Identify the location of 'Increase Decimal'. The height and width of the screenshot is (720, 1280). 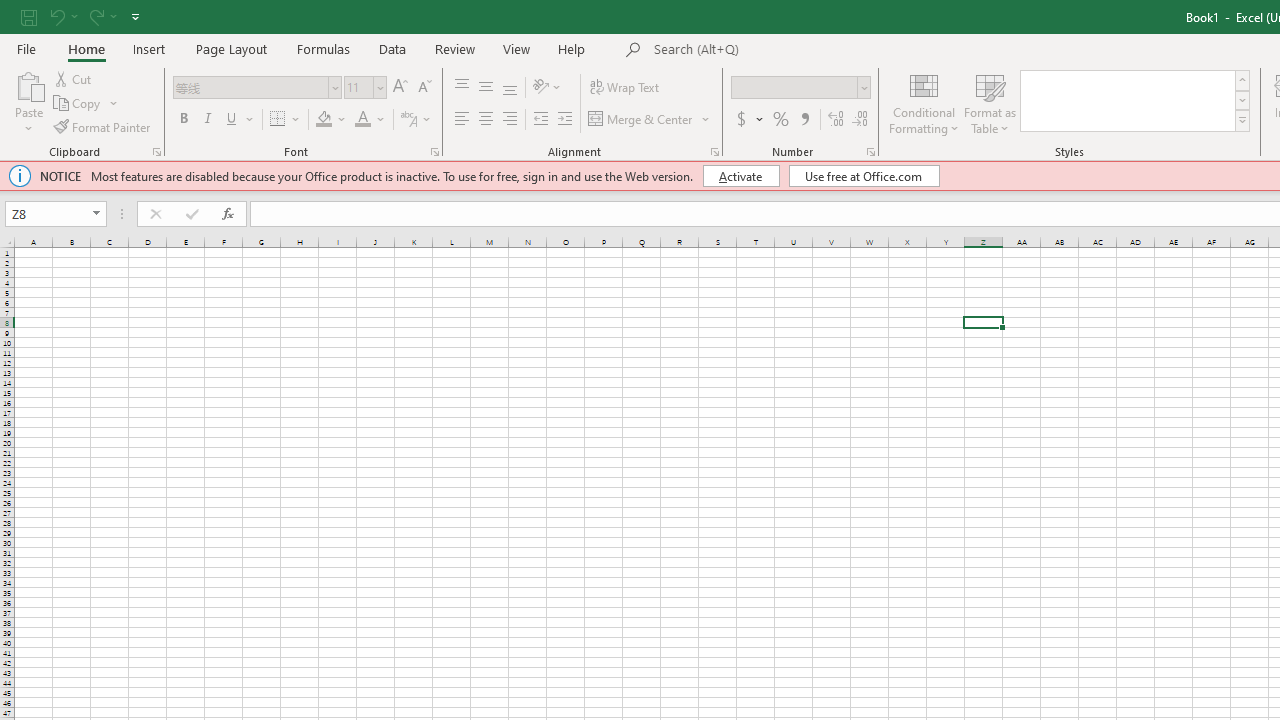
(836, 119).